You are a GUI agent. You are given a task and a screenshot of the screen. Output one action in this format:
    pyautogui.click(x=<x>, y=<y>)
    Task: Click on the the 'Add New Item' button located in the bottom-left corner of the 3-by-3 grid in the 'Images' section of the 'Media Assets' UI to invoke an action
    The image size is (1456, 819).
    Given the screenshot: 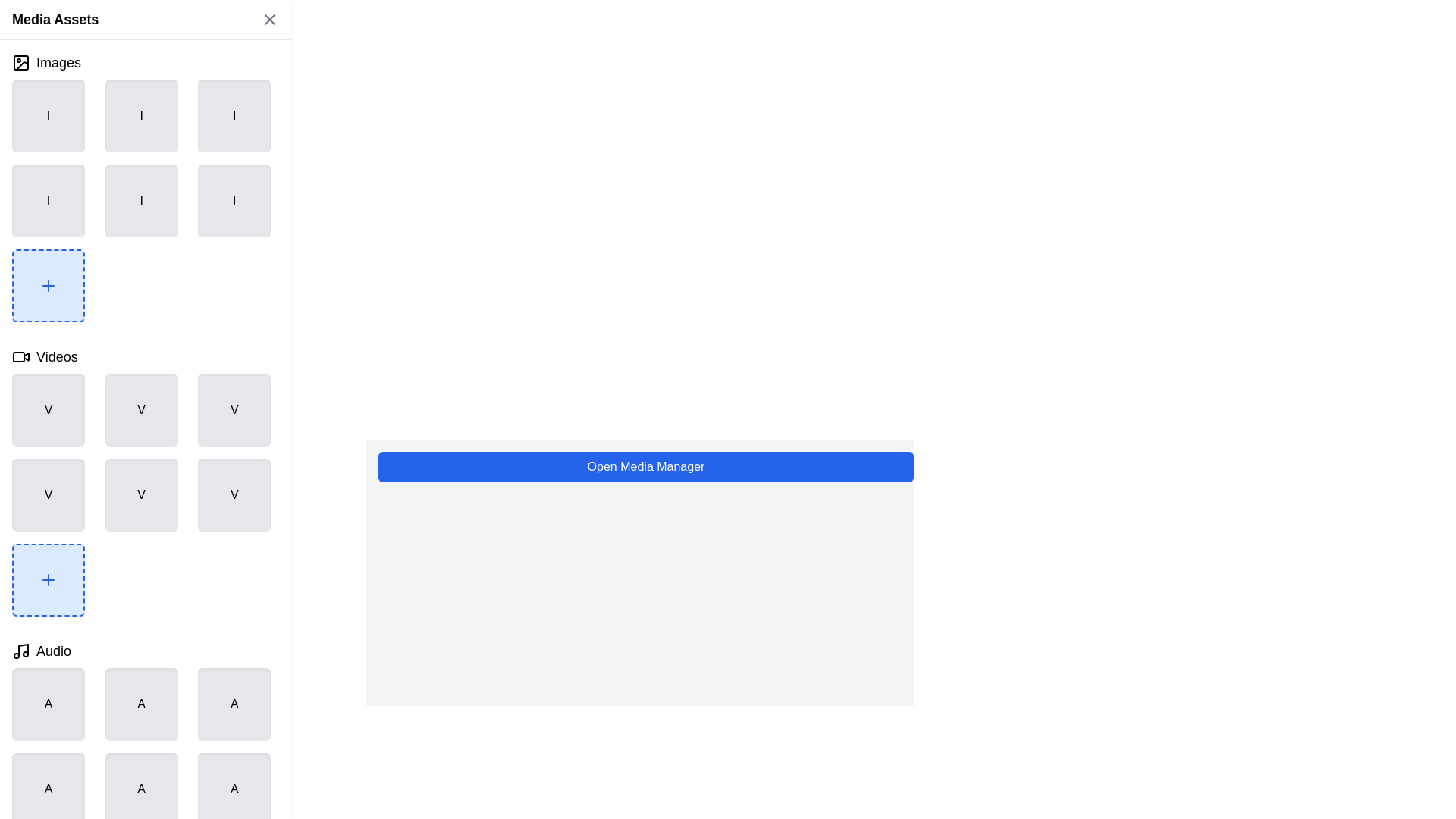 What is the action you would take?
    pyautogui.click(x=48, y=286)
    